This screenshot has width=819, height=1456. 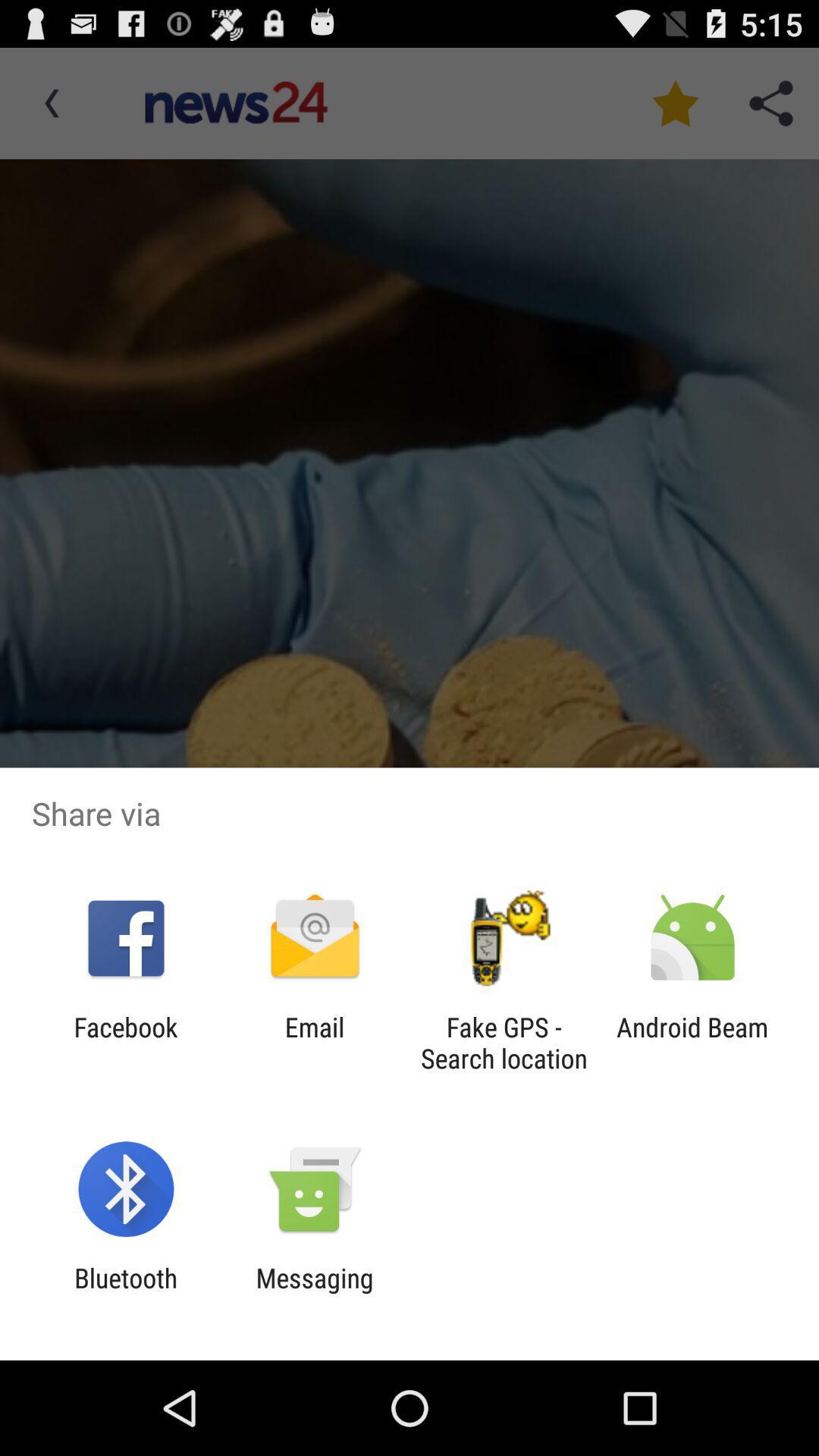 I want to click on icon next to the email, so click(x=504, y=1042).